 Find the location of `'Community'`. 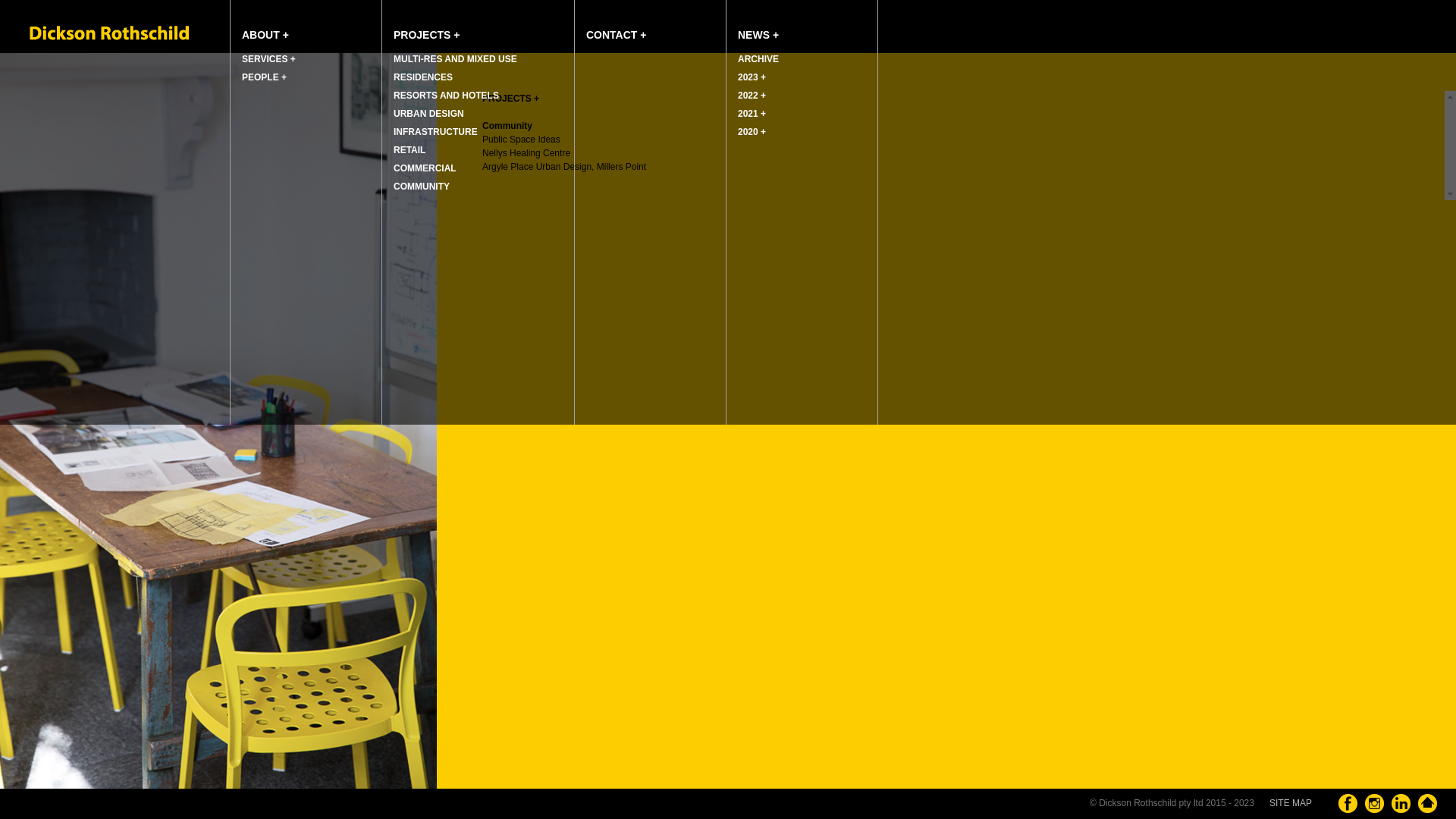

'Community' is located at coordinates (507, 124).